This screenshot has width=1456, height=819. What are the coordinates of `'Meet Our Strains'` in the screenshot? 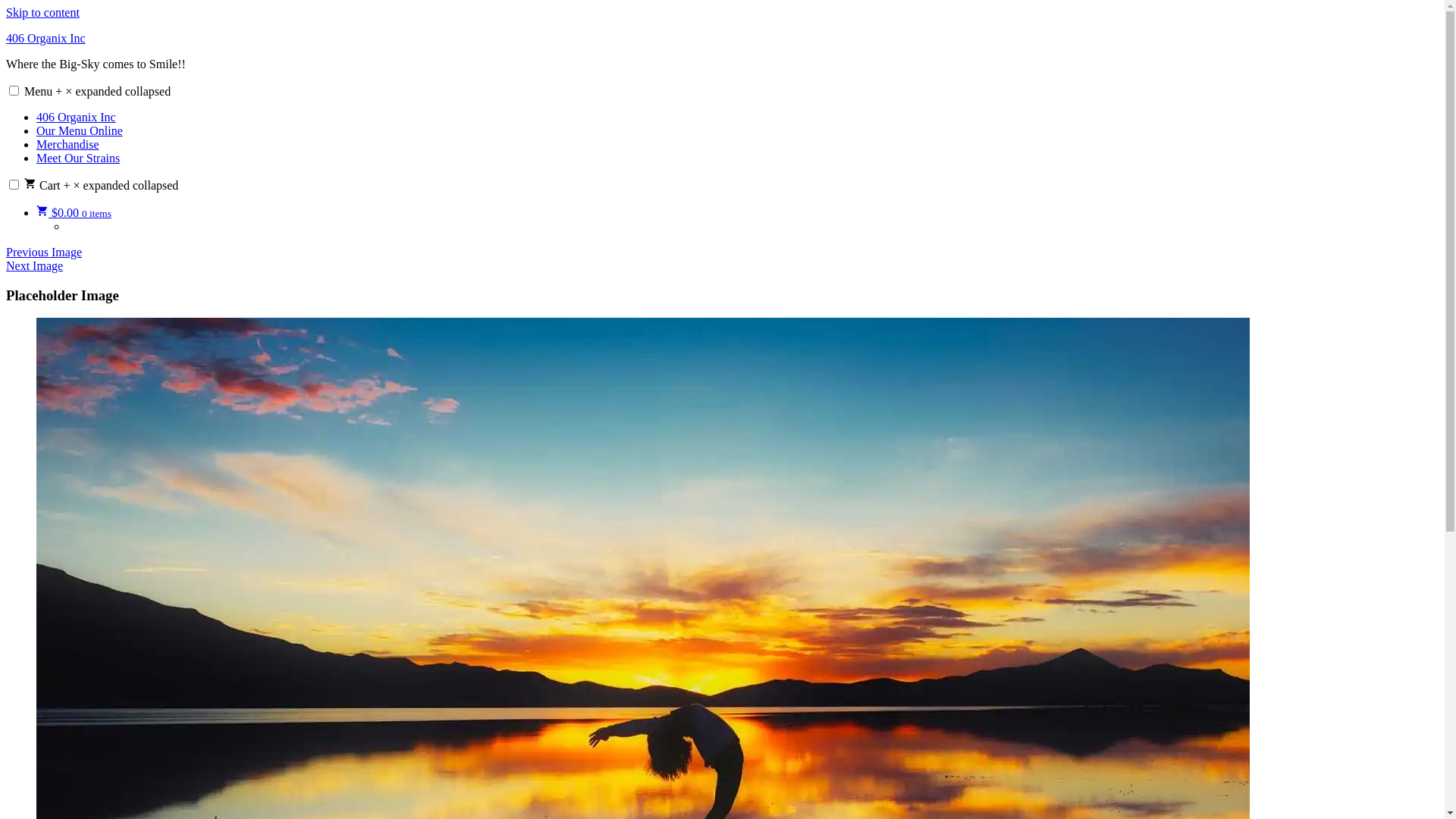 It's located at (77, 158).